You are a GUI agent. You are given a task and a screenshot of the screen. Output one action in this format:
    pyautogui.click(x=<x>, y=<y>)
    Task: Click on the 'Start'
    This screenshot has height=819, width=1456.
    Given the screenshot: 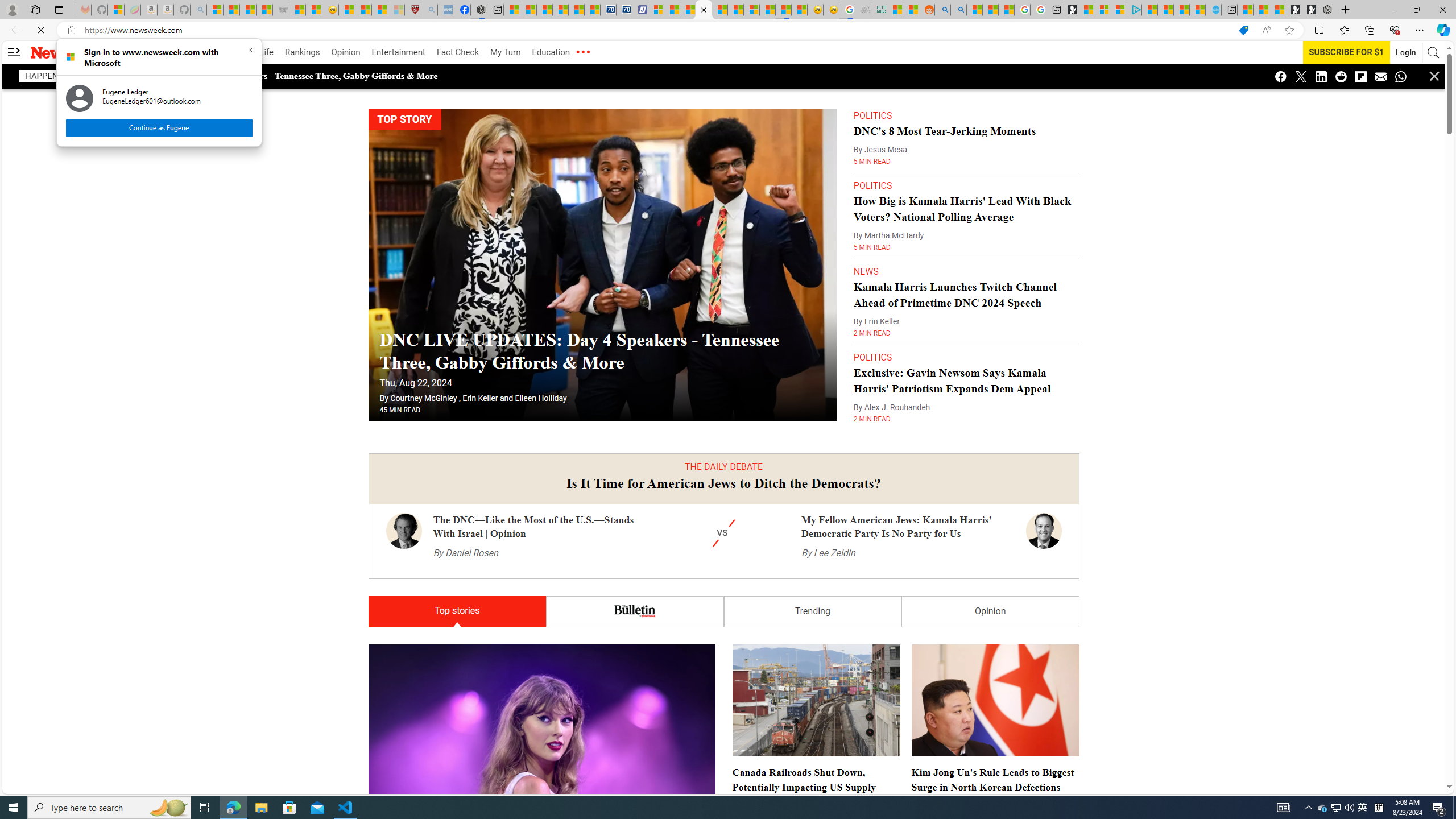 What is the action you would take?
    pyautogui.click(x=14, y=806)
    